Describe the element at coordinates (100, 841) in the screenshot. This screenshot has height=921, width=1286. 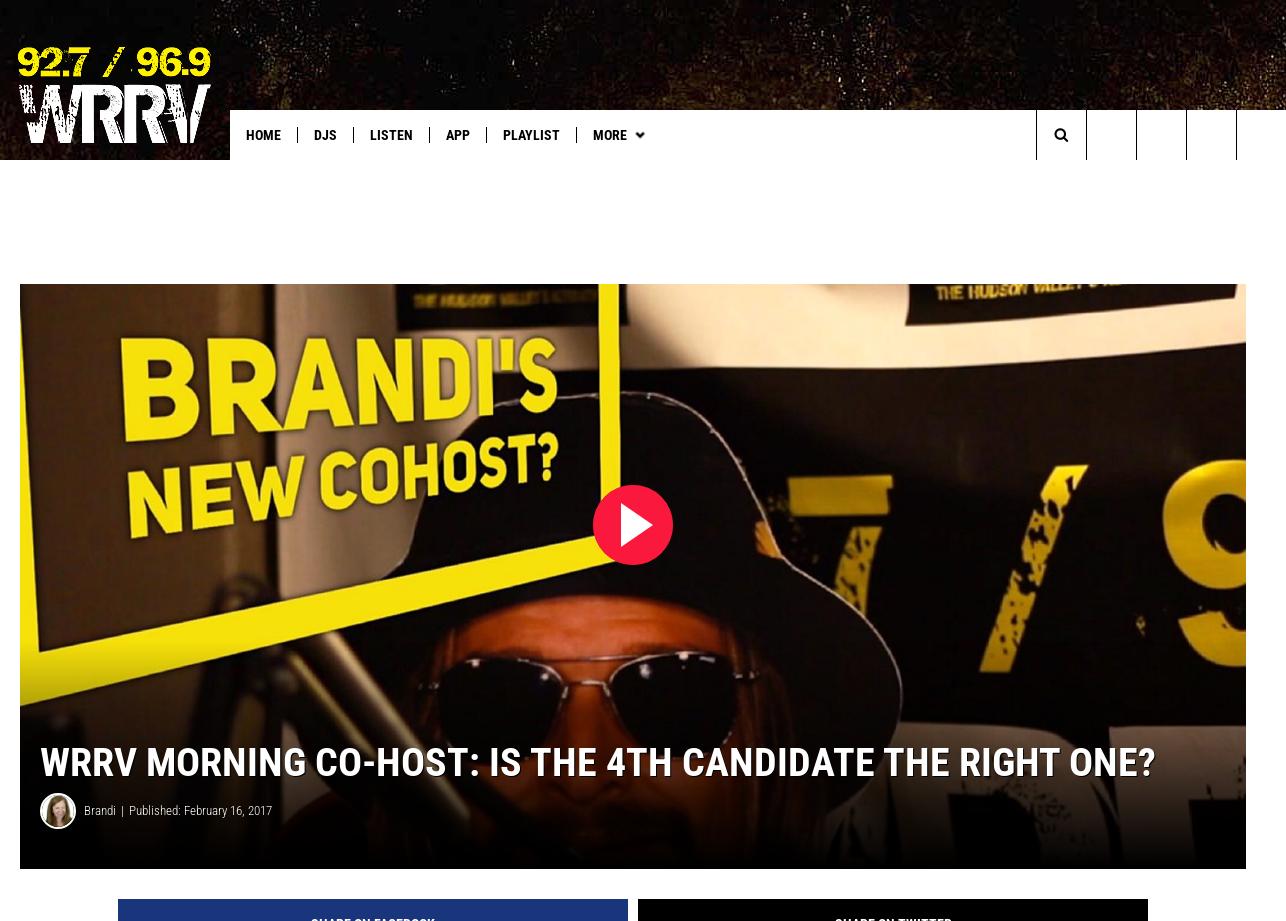
I see `'Brandi'` at that location.